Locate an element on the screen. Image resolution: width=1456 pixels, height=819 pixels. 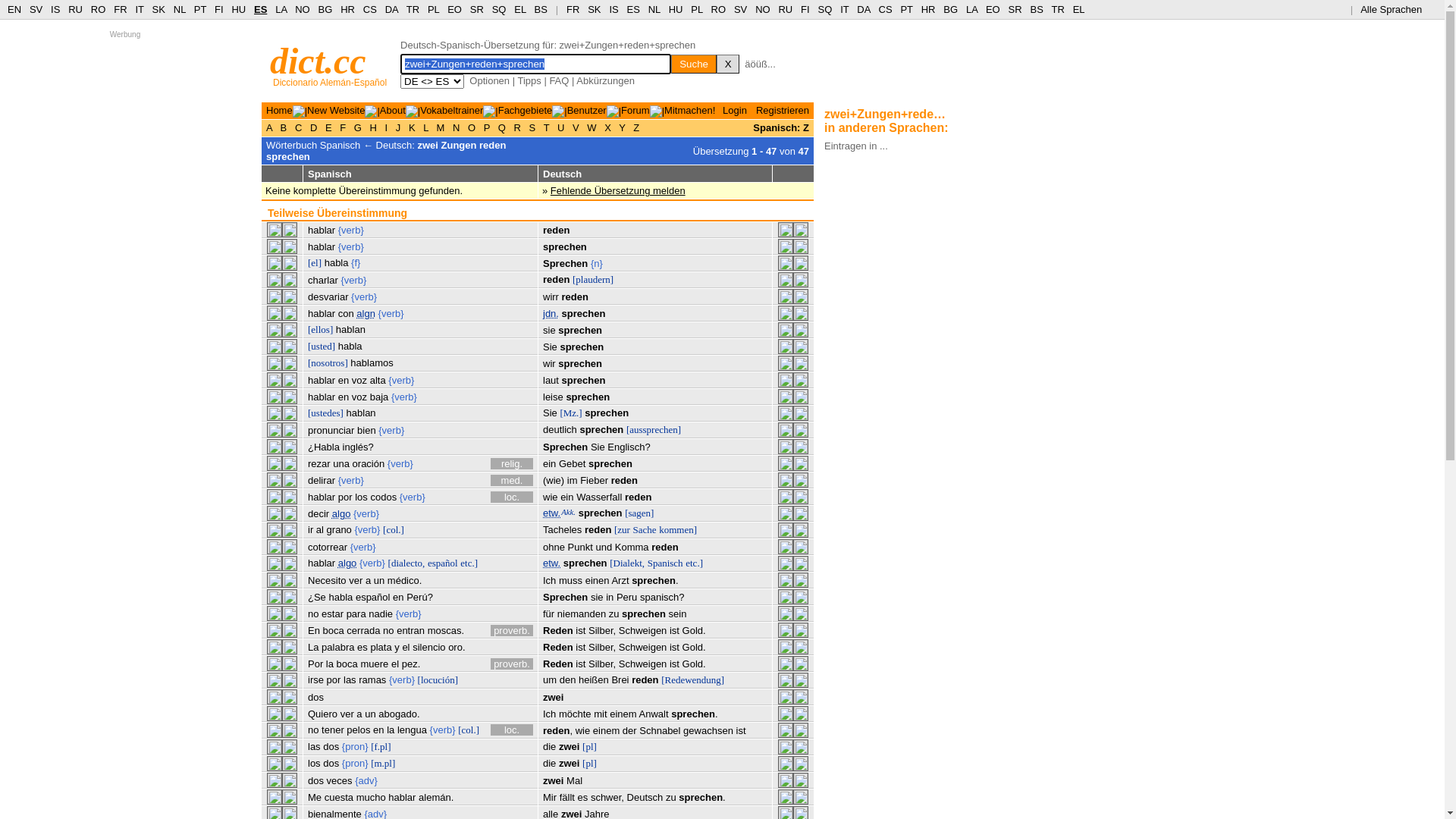
'[pl]' is located at coordinates (588, 763).